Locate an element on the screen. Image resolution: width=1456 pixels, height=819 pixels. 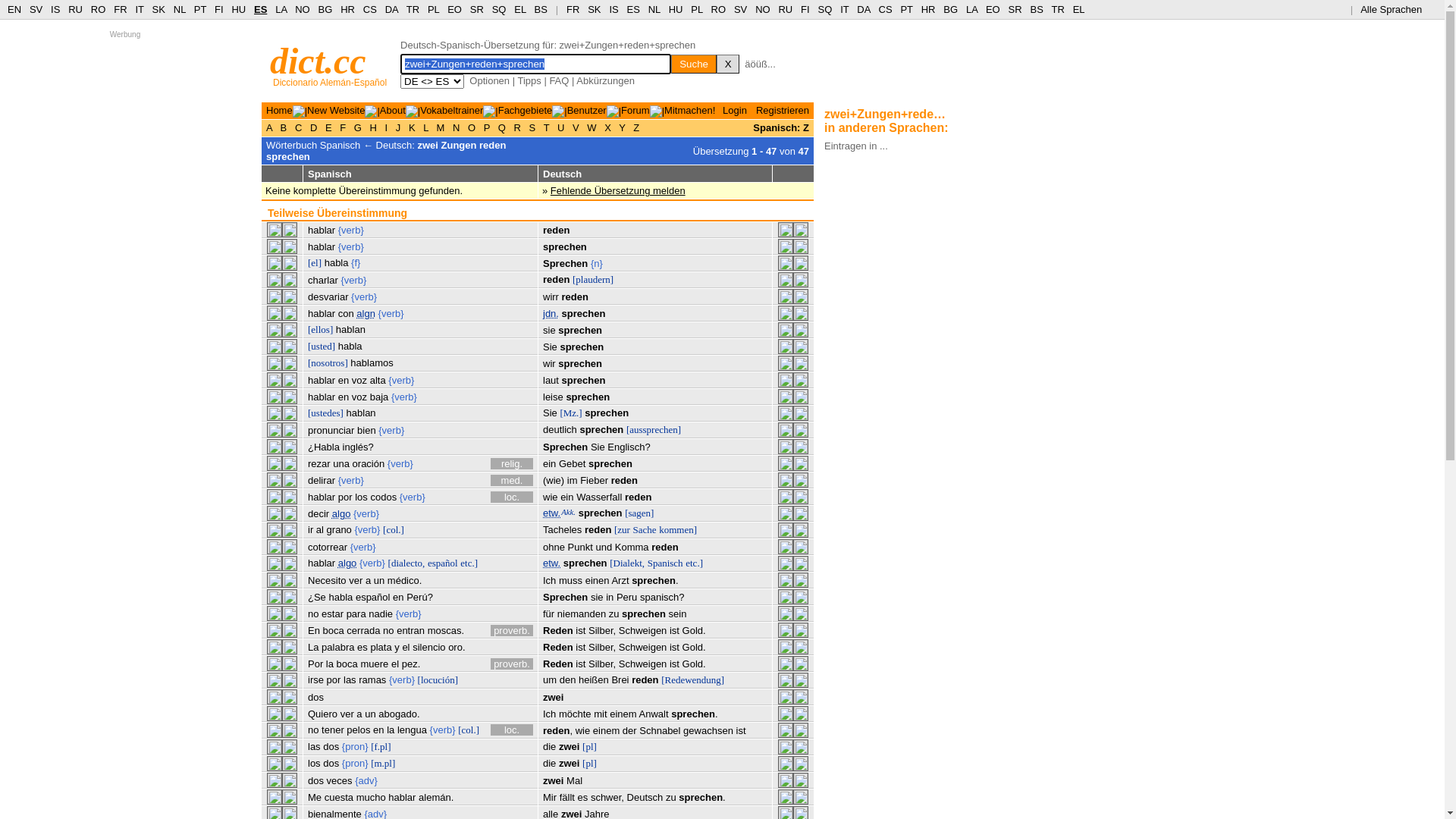
'[pl]' is located at coordinates (588, 763).